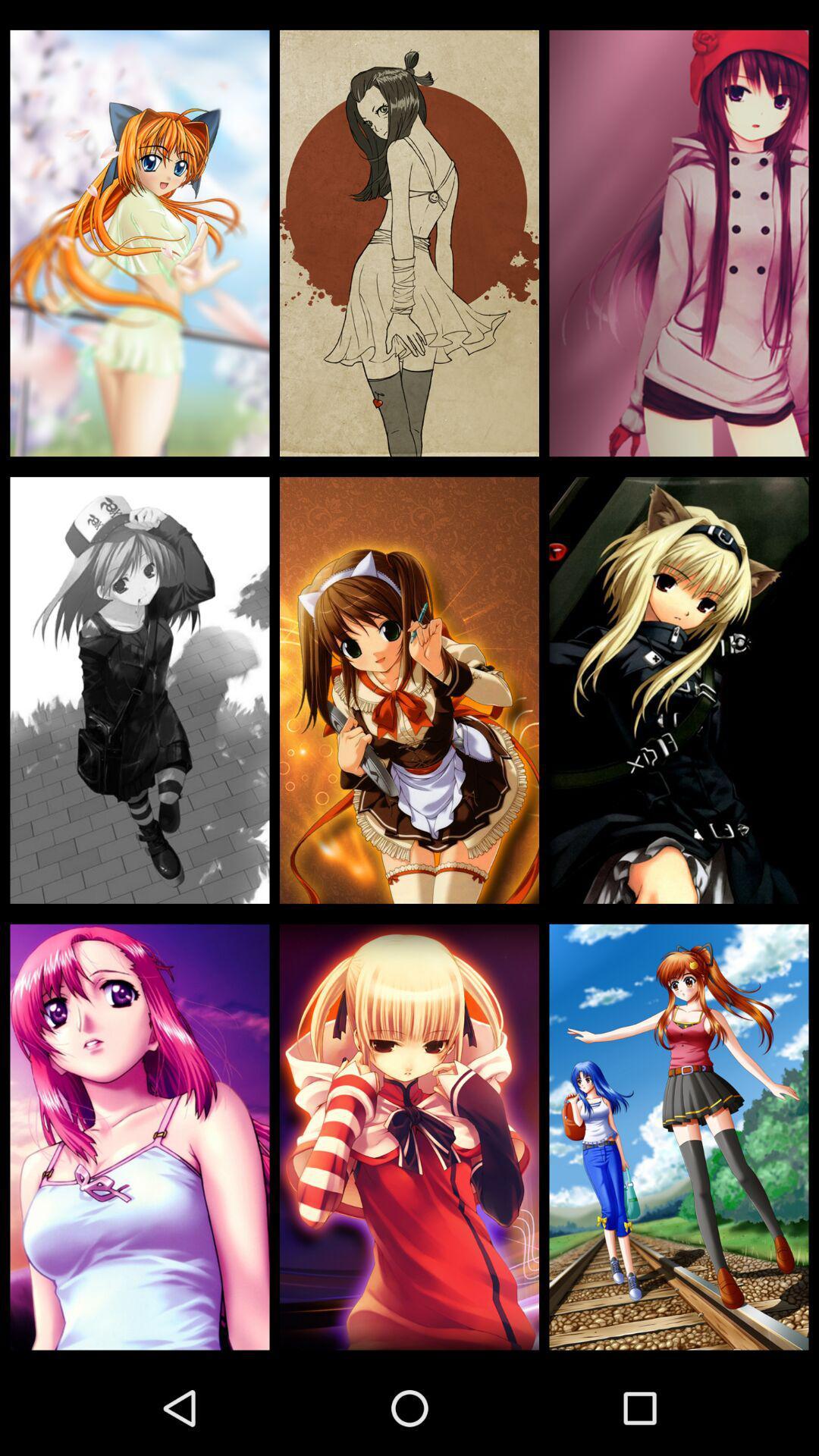 Image resolution: width=819 pixels, height=1456 pixels. What do you see at coordinates (409, 1137) in the screenshot?
I see `character` at bounding box center [409, 1137].